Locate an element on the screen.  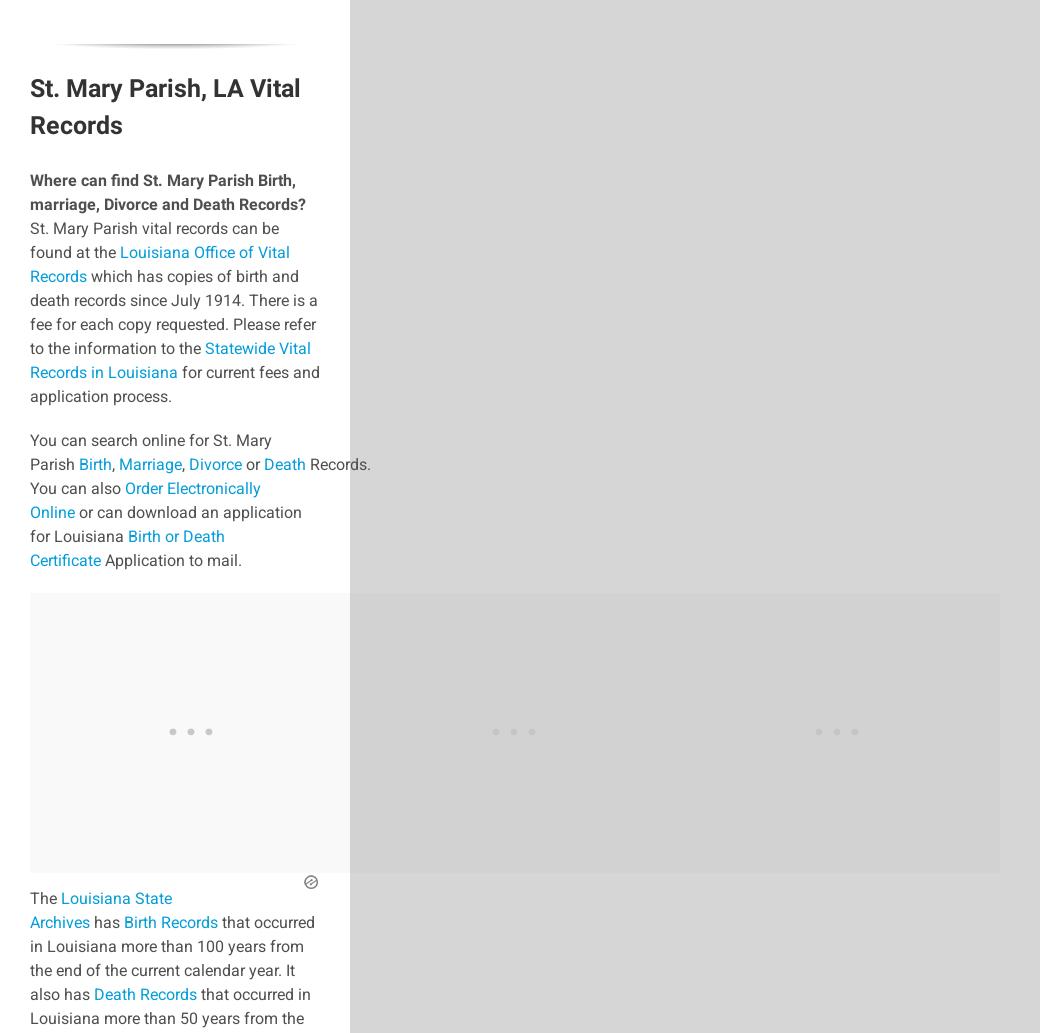
'Death Records' is located at coordinates (145, 993).